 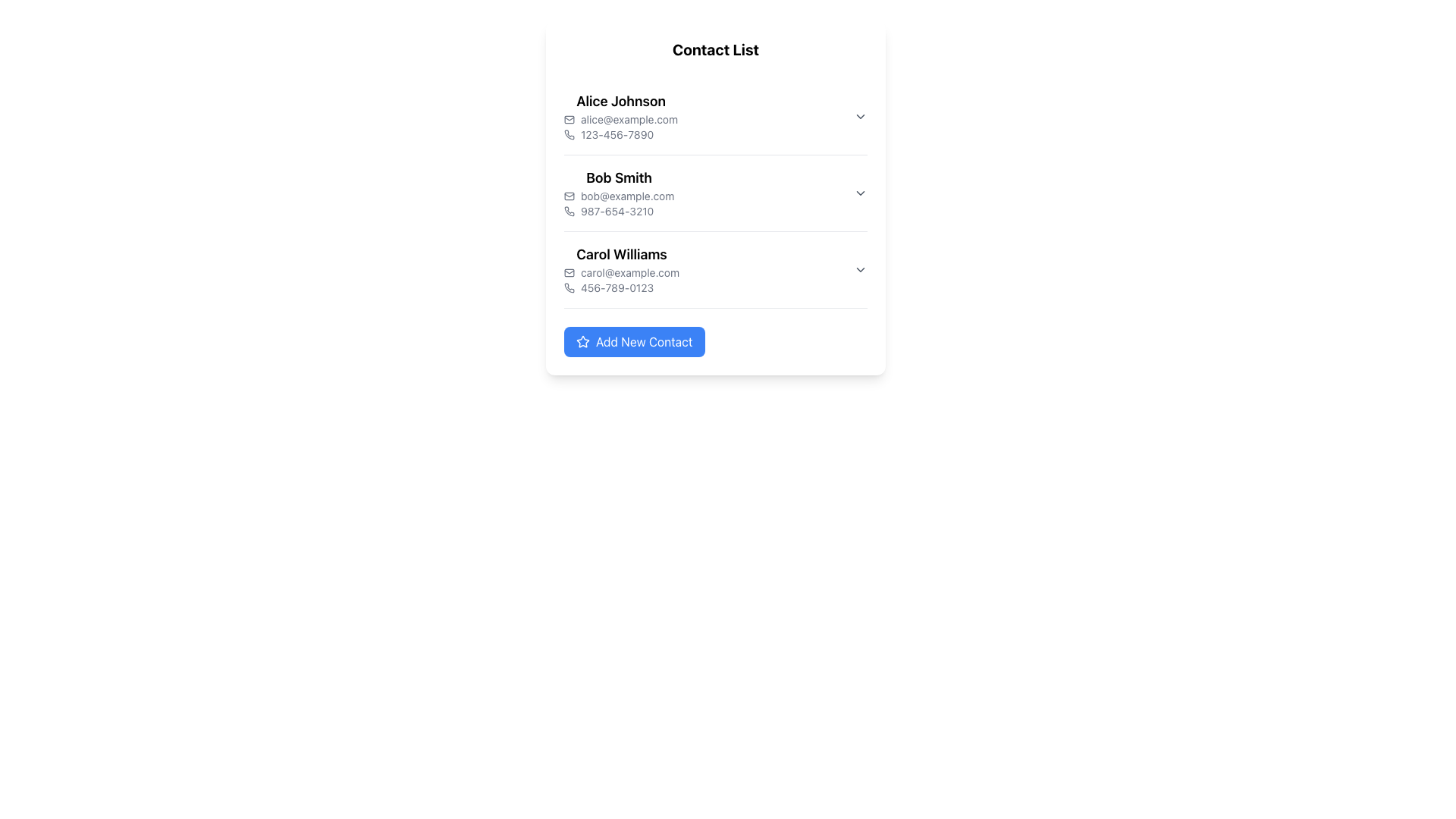 I want to click on name displayed for the contact 'Bob Smith', which is located in the second position within a list of contact entries, above the email address 'bob@example.com', so click(x=619, y=177).